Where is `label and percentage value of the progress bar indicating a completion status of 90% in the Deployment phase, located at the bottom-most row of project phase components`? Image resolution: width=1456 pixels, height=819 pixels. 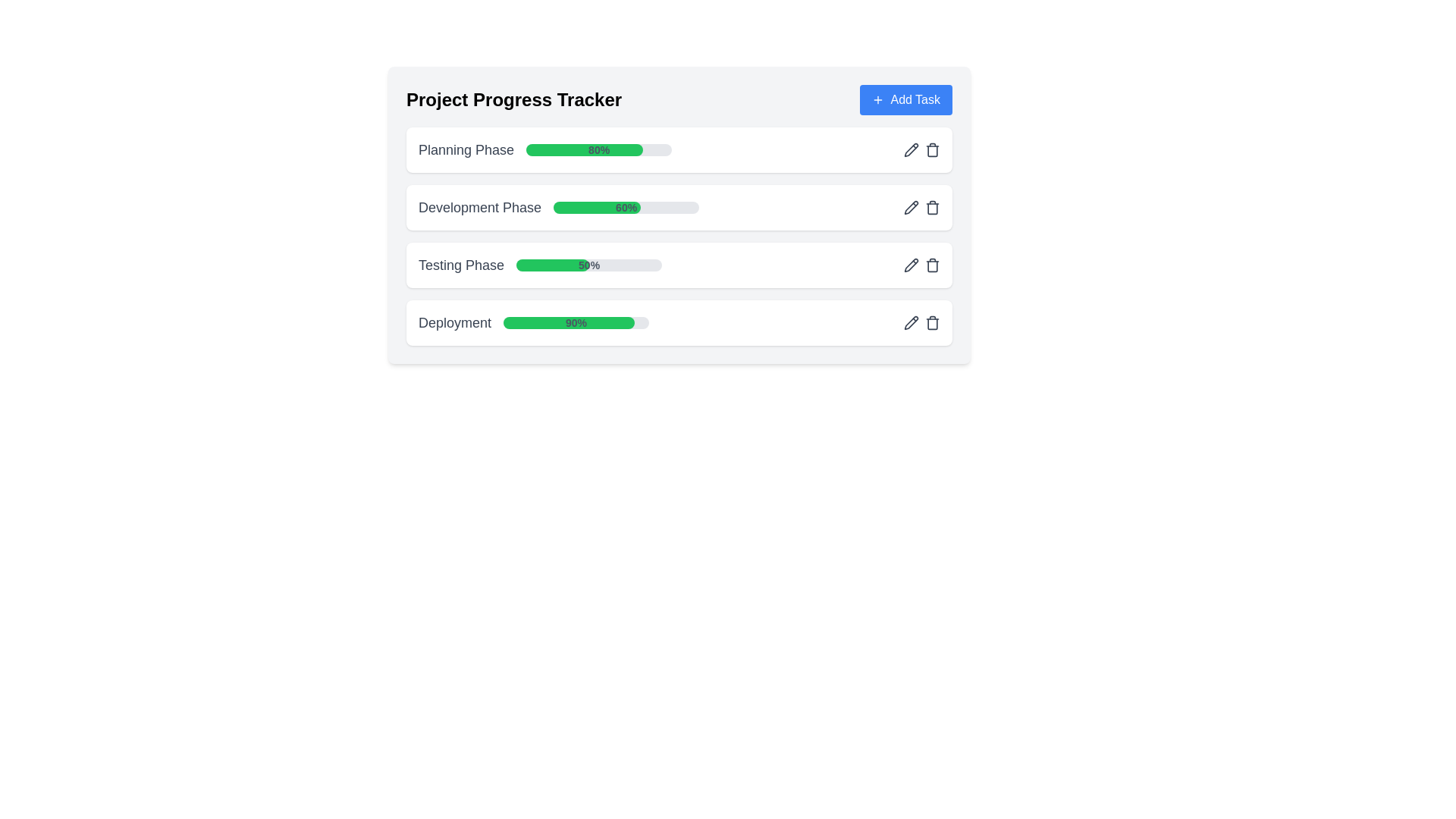
label and percentage value of the progress bar indicating a completion status of 90% in the Deployment phase, located at the bottom-most row of project phase components is located at coordinates (534, 322).